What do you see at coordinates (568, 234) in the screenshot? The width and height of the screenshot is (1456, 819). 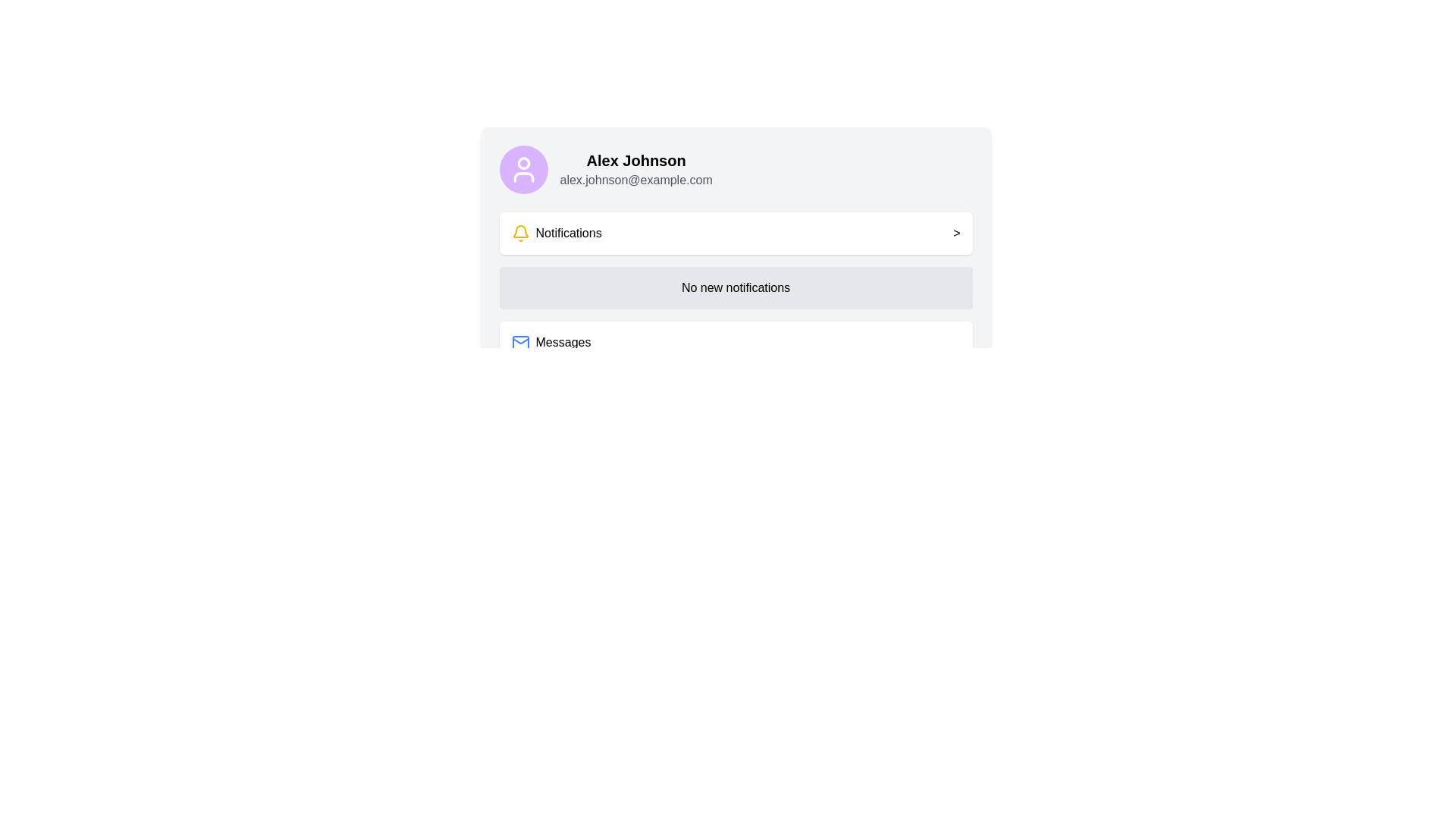 I see `the 'Notifications' label` at bounding box center [568, 234].